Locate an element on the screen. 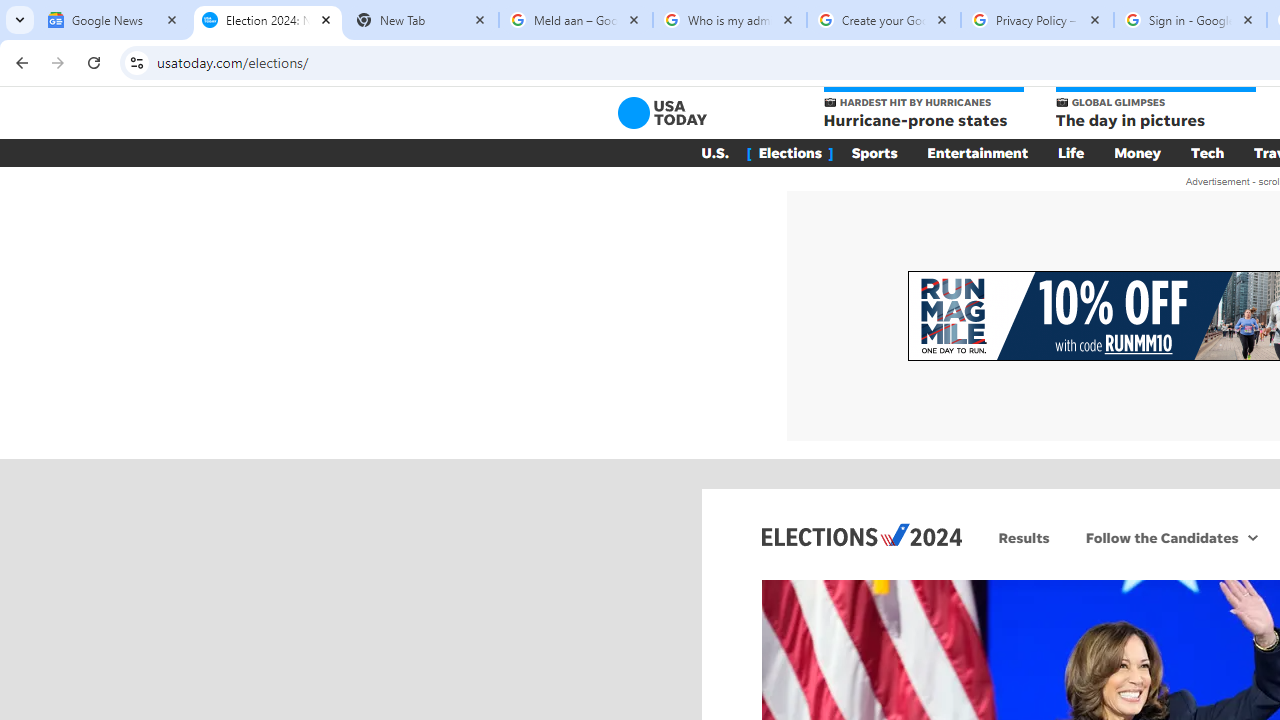 The width and height of the screenshot is (1280, 720). 'Create your Google Account' is located at coordinates (882, 20).